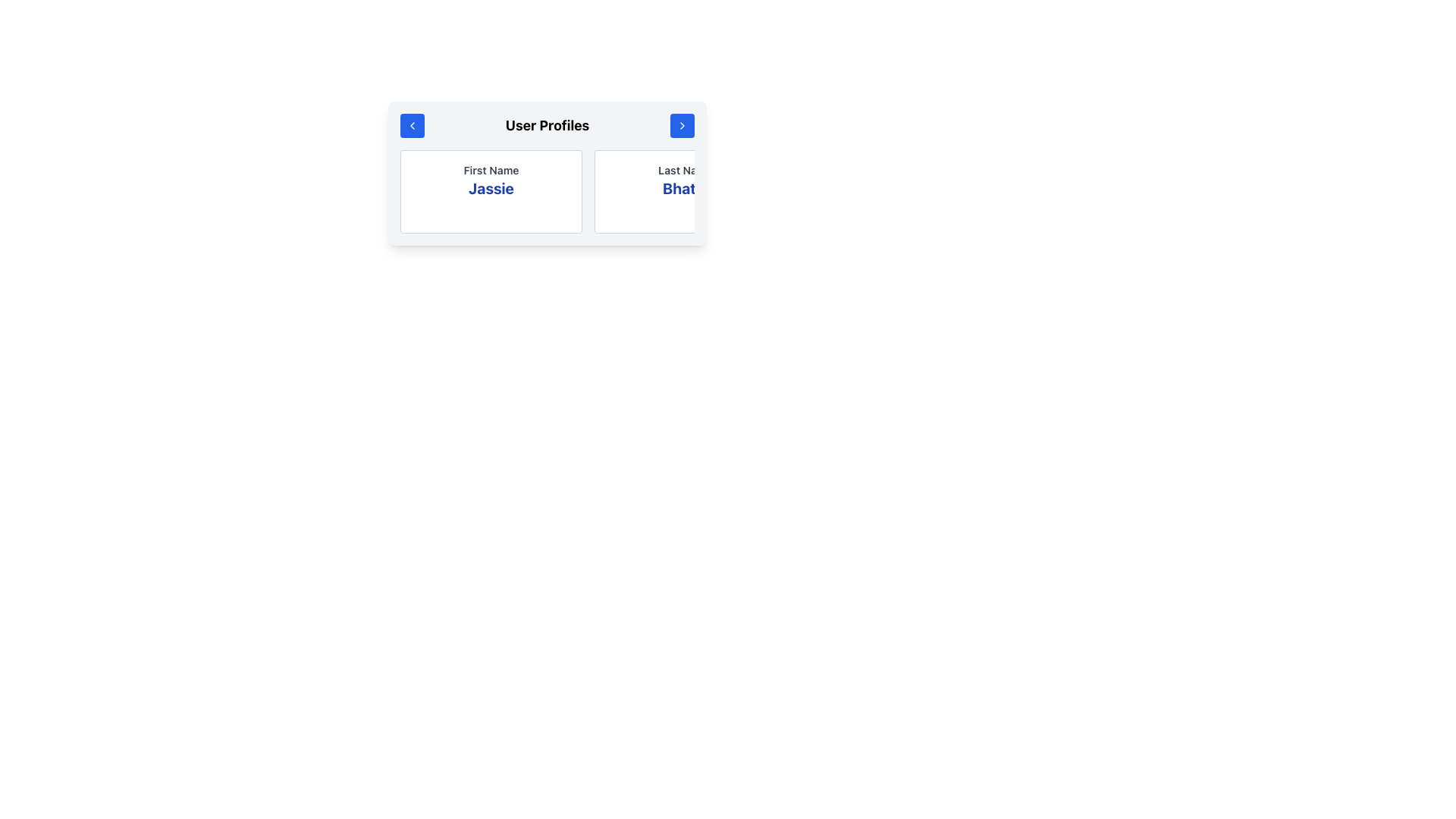 Image resolution: width=1456 pixels, height=819 pixels. Describe the element at coordinates (412, 124) in the screenshot. I see `the chevron-shaped arrow icon pointing to the left, which has a blue background and white lines, located in the 'User Profiles' panel` at that location.